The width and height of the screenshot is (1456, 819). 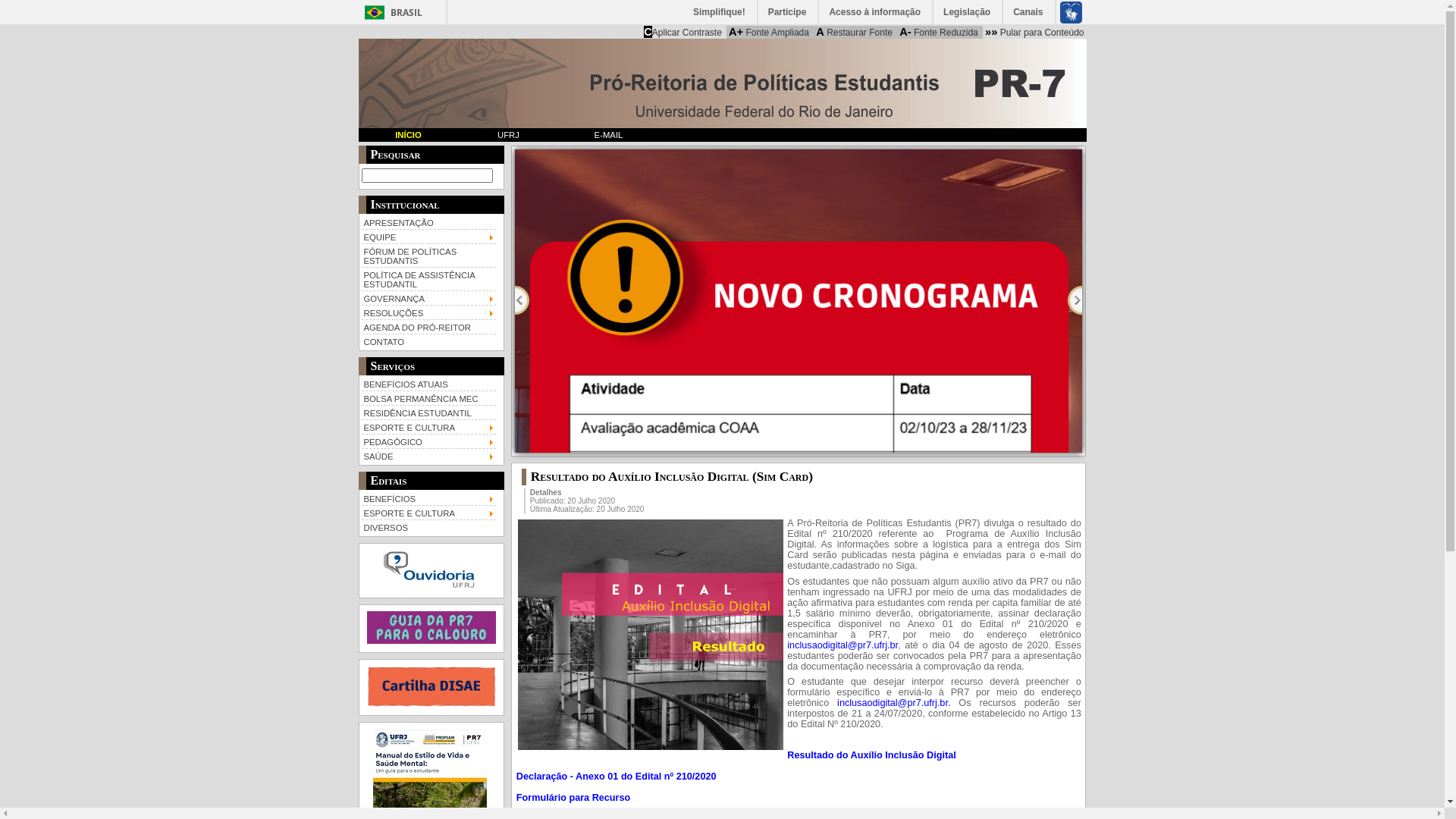 What do you see at coordinates (359, 526) in the screenshot?
I see `'DIVERSOS'` at bounding box center [359, 526].